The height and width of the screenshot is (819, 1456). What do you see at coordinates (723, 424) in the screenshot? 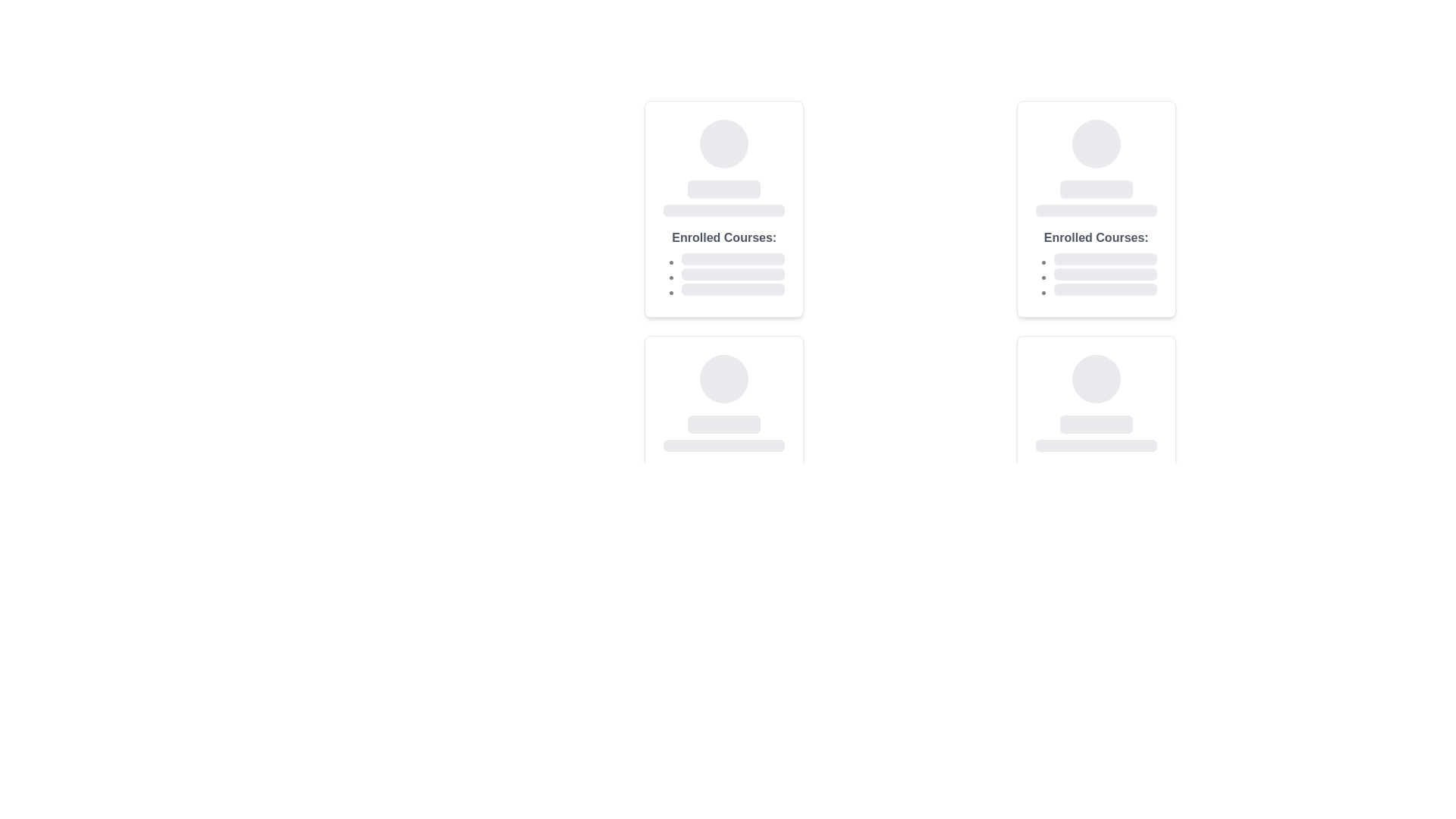
I see `the Loading Placeholder element, which is centrally aligned within a card layout, positioned above a wider placeholder bar and below other card elements` at bounding box center [723, 424].